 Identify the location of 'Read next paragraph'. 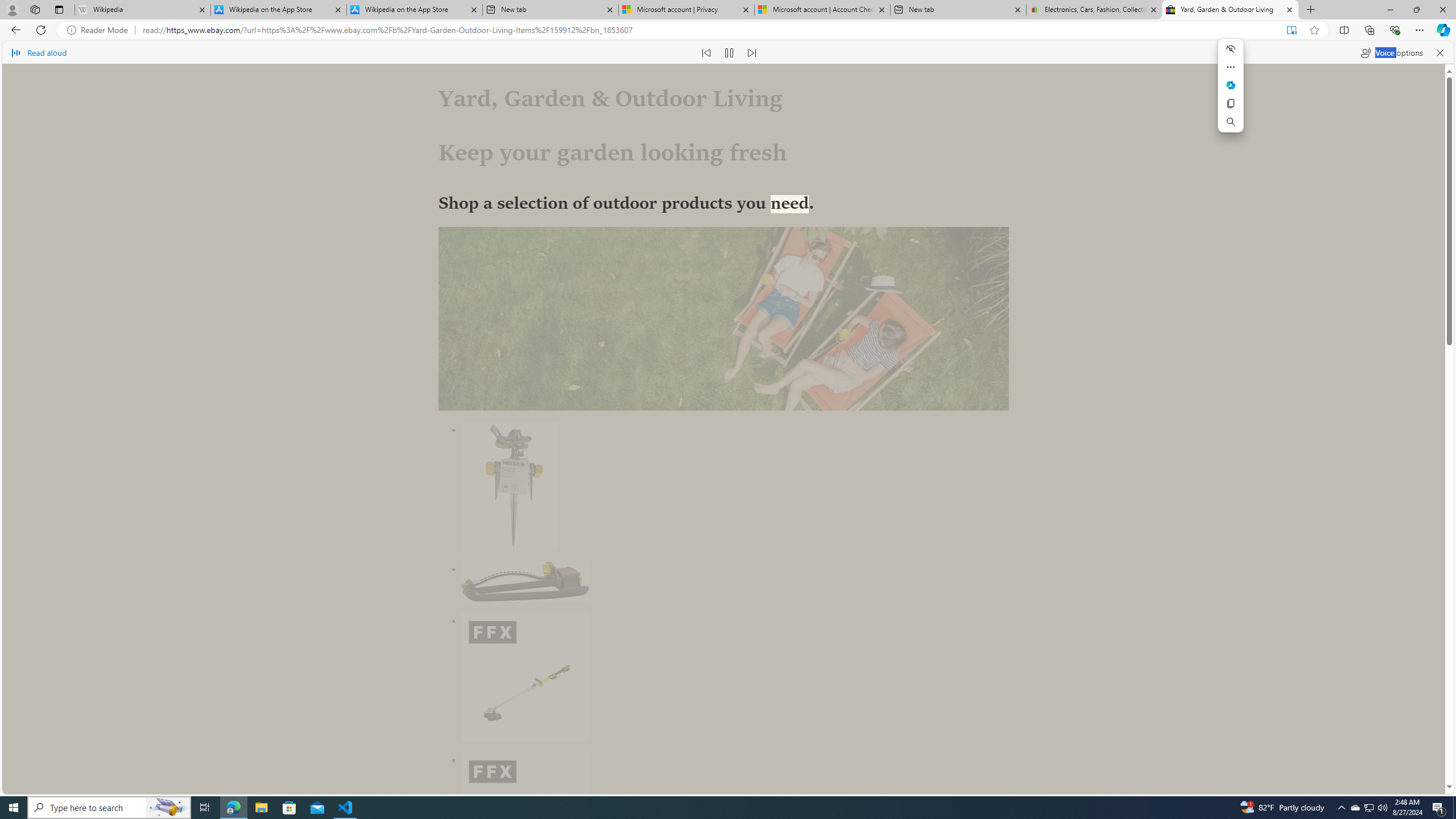
(751, 52).